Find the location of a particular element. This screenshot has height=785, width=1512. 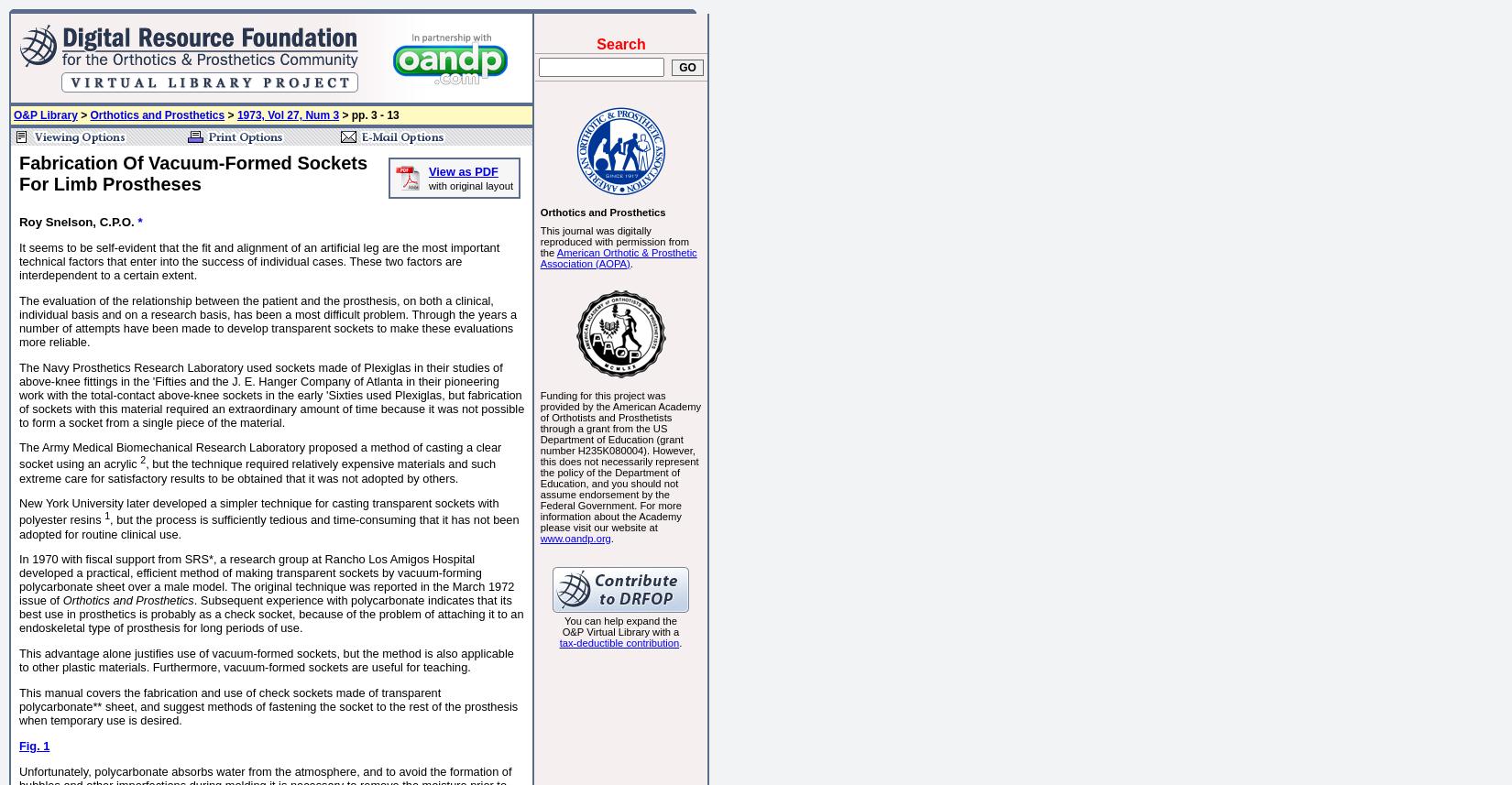

'The Army Medical Biomechanical Research Laboratory proposed a method of casting a clear socket using an acrylic' is located at coordinates (259, 455).